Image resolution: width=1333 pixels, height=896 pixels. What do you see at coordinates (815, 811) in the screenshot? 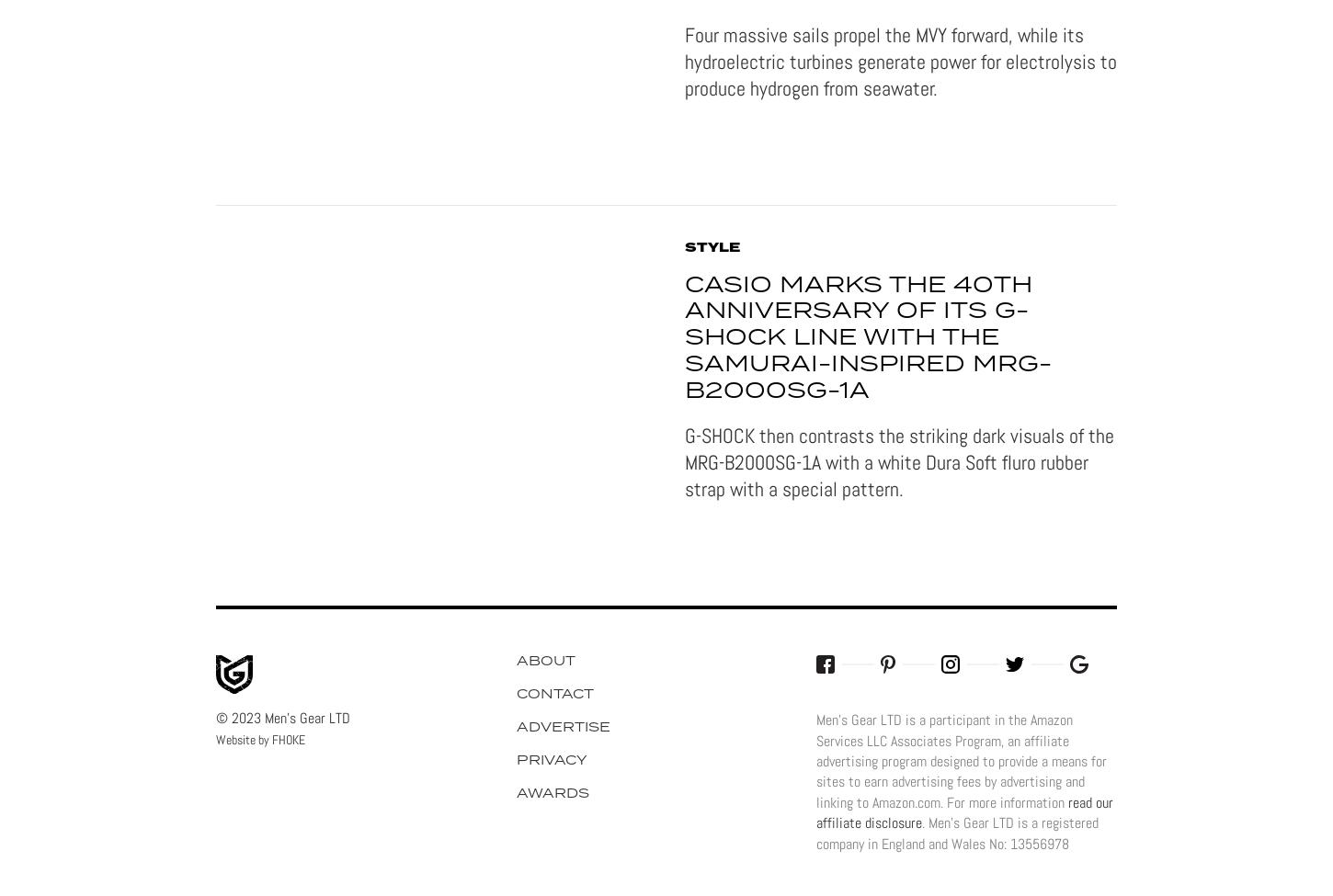
I see `'read our affiliate disclosure'` at bounding box center [815, 811].